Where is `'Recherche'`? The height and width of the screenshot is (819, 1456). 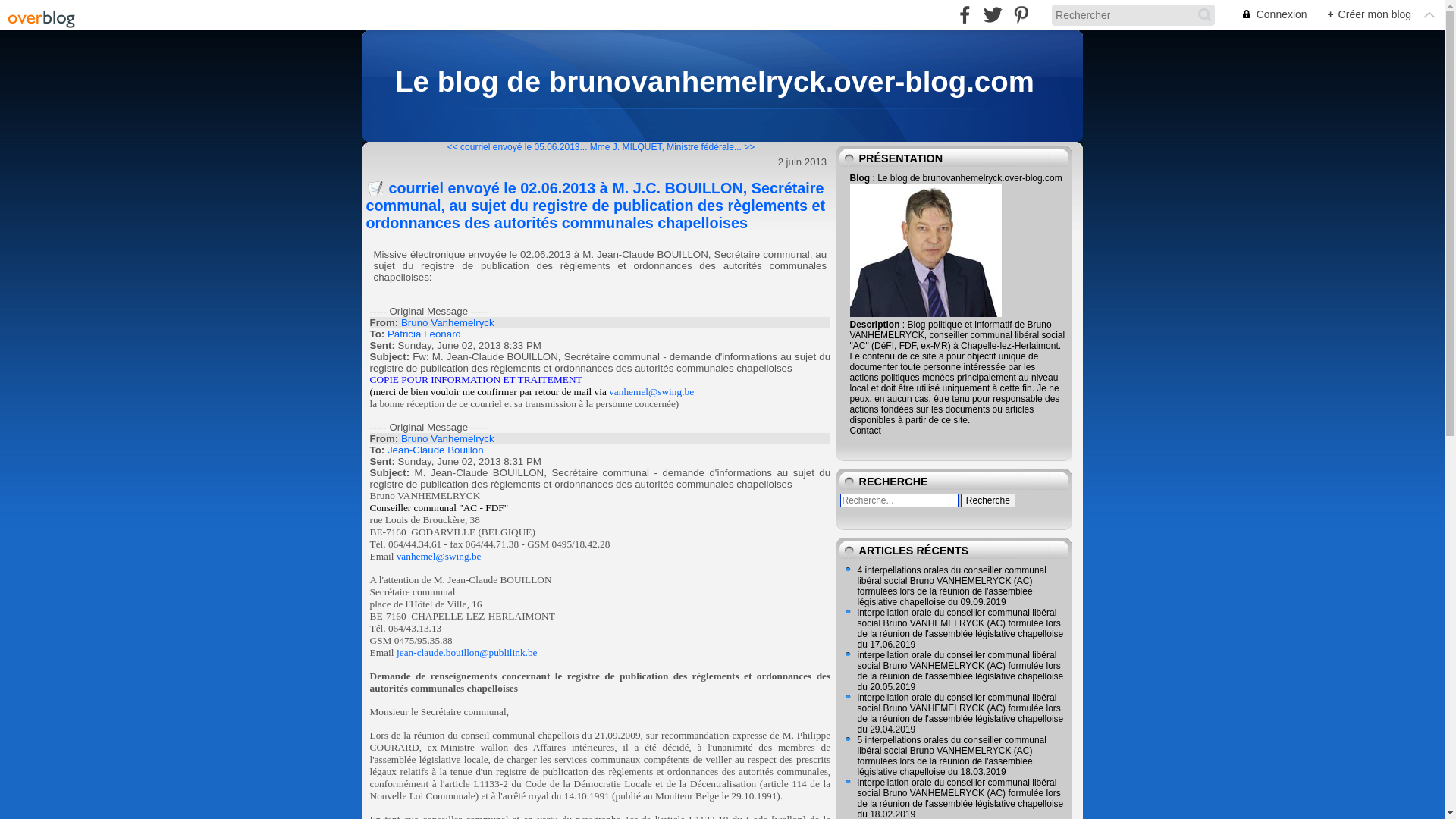 'Recherche' is located at coordinates (987, 500).